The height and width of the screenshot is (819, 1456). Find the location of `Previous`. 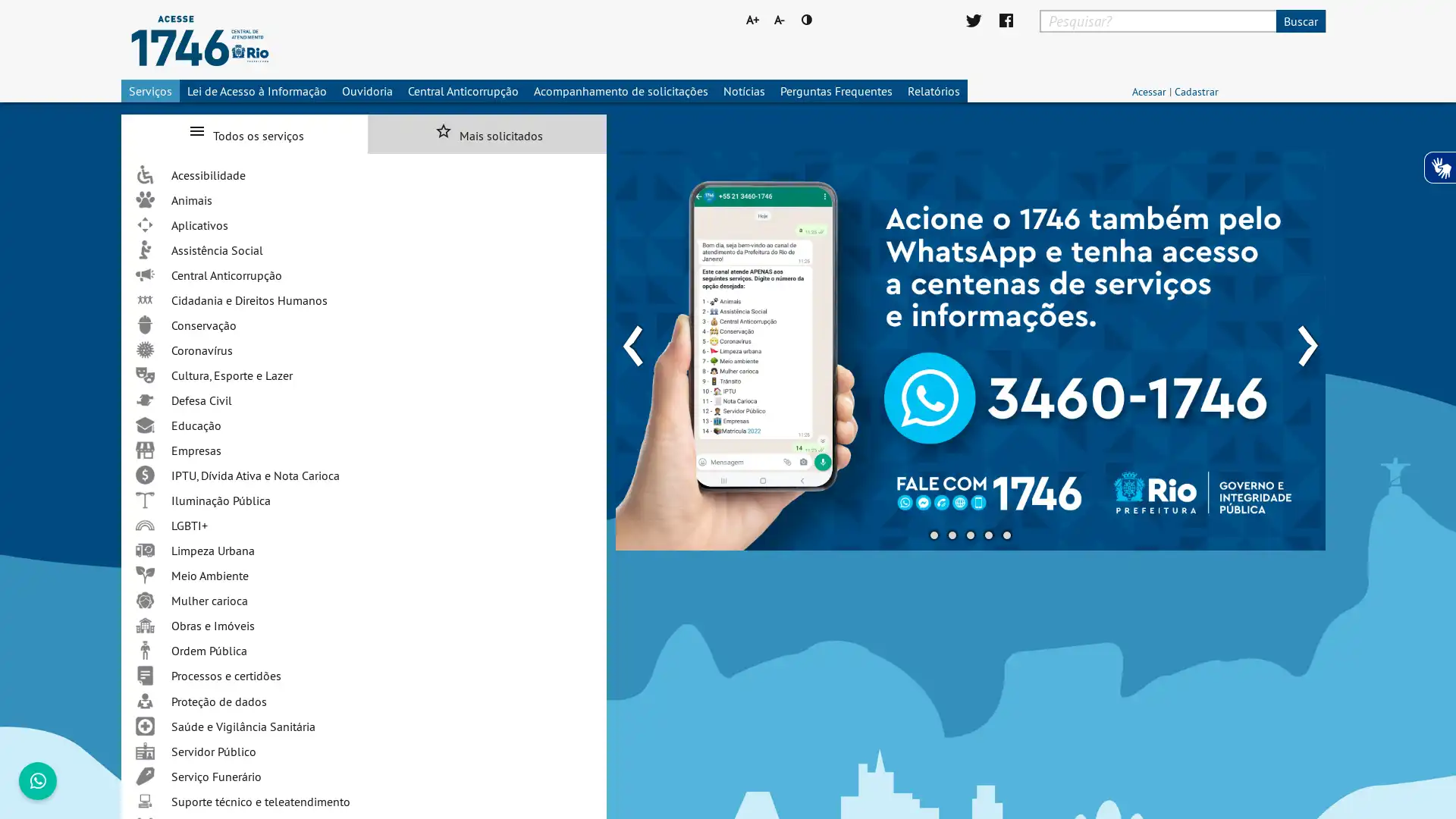

Previous is located at coordinates (632, 335).